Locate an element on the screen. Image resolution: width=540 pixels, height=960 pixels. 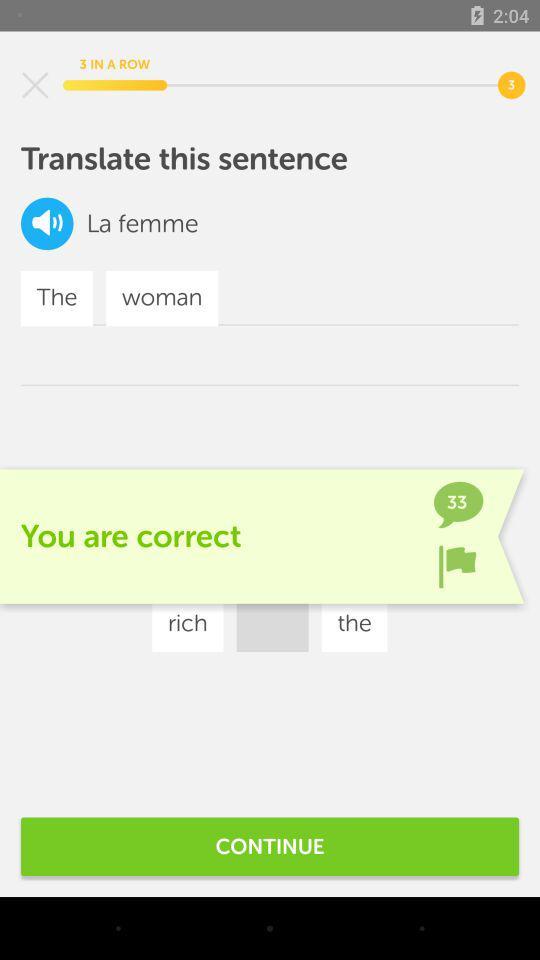
the item below the translate this sentence icon is located at coordinates (375, 564).